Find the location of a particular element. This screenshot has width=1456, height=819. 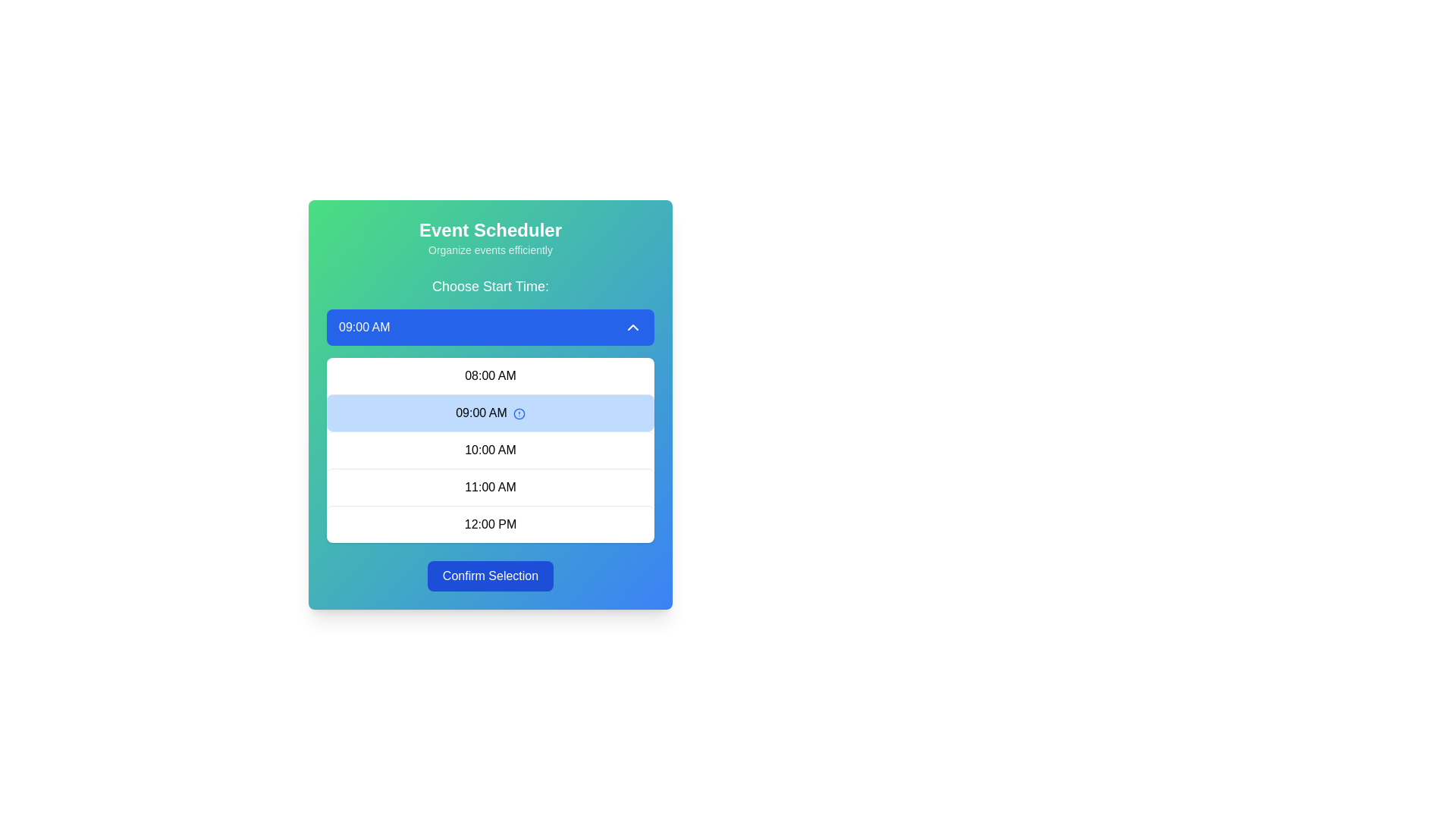

the fourth selectable time slot option in the list labeled 'Choose Start Time:', which is positioned between '09:00 AM' and '11:00 AM' is located at coordinates (491, 449).